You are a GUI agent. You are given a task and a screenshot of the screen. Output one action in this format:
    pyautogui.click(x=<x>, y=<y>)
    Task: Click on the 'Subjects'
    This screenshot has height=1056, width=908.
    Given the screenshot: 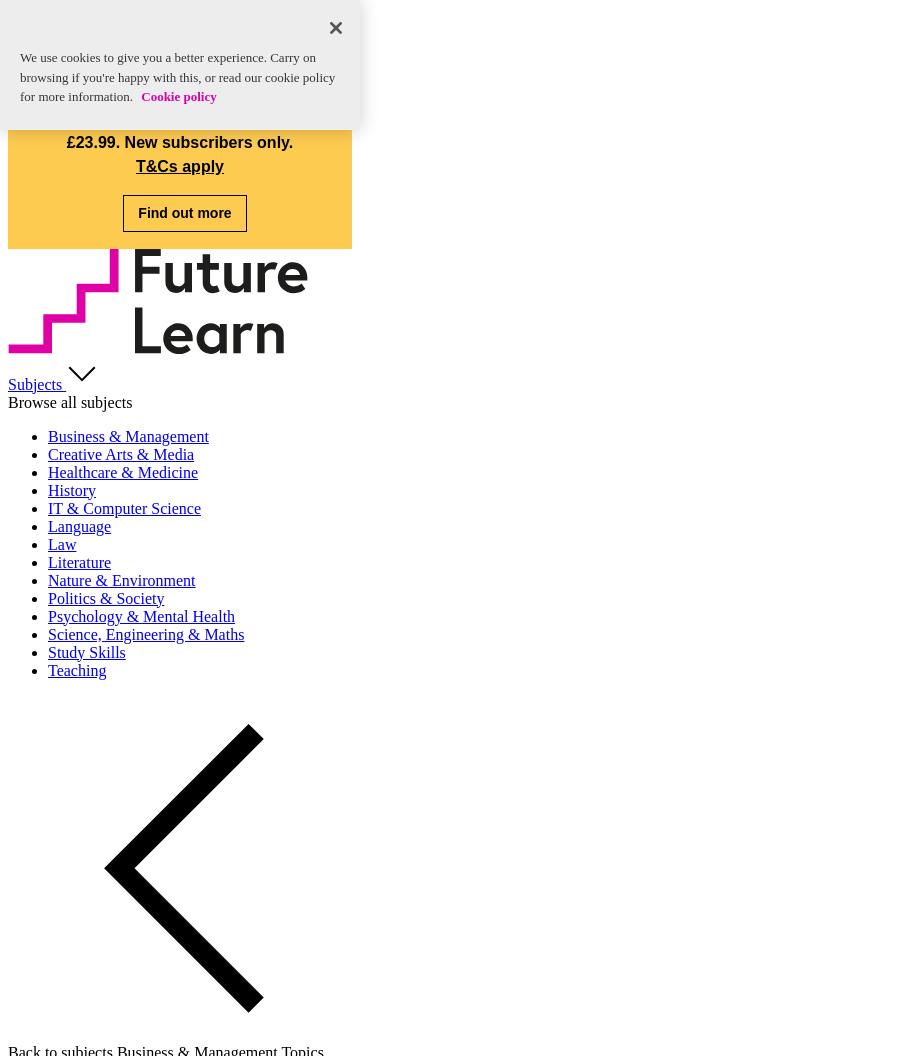 What is the action you would take?
    pyautogui.click(x=35, y=382)
    